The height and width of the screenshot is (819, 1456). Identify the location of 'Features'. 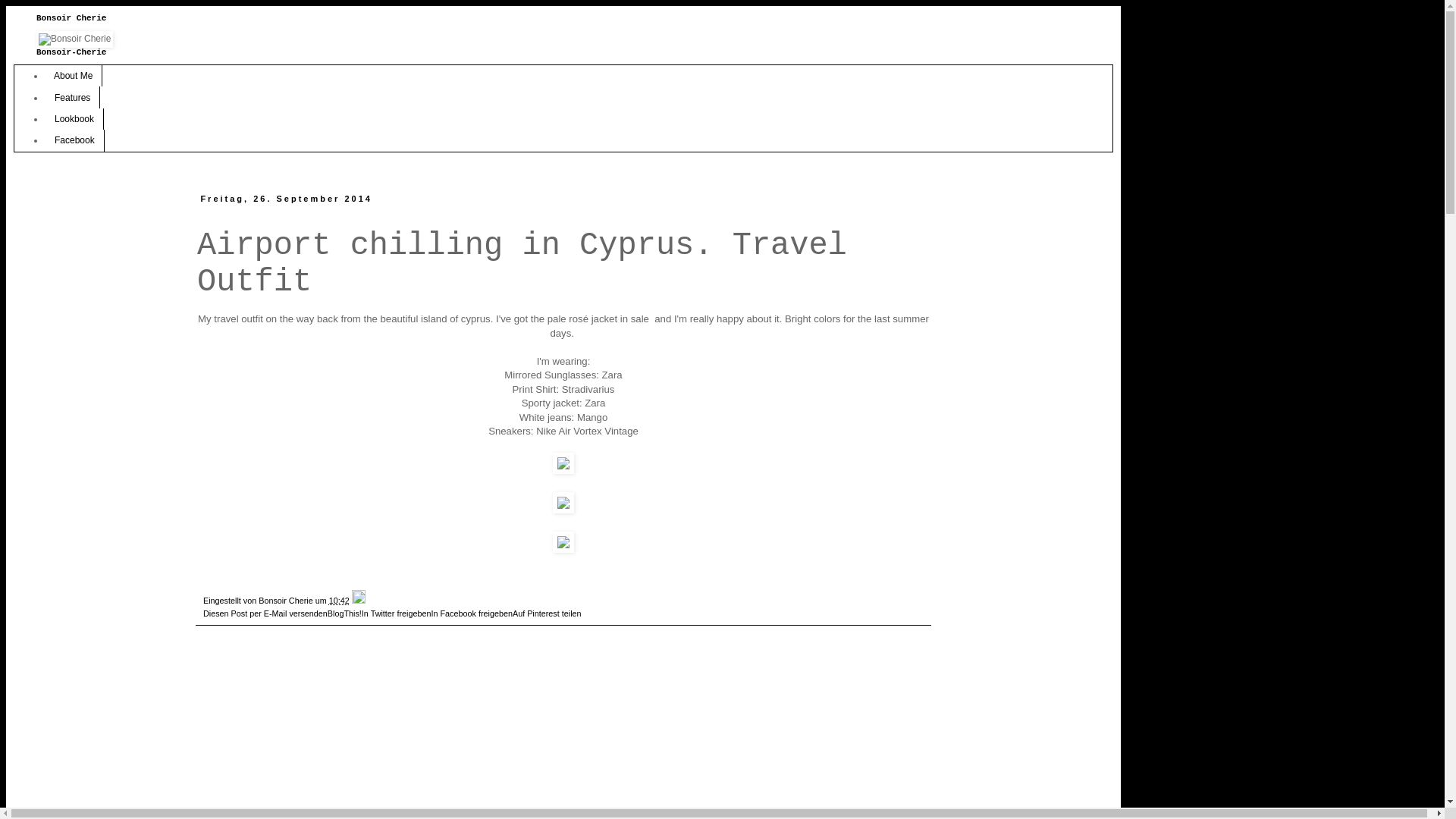
(71, 96).